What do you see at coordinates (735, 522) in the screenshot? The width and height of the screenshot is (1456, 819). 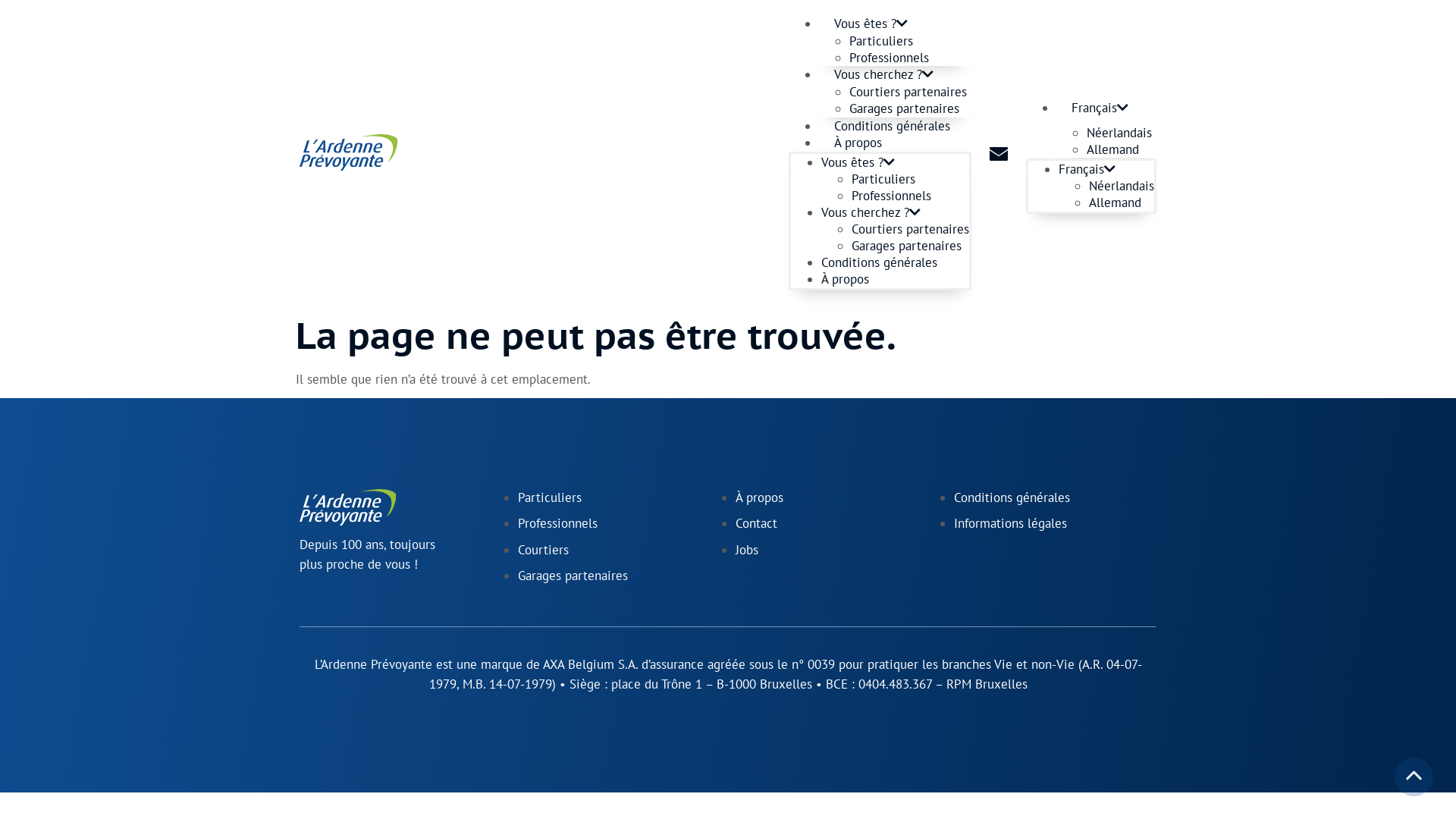 I see `'Contact'` at bounding box center [735, 522].